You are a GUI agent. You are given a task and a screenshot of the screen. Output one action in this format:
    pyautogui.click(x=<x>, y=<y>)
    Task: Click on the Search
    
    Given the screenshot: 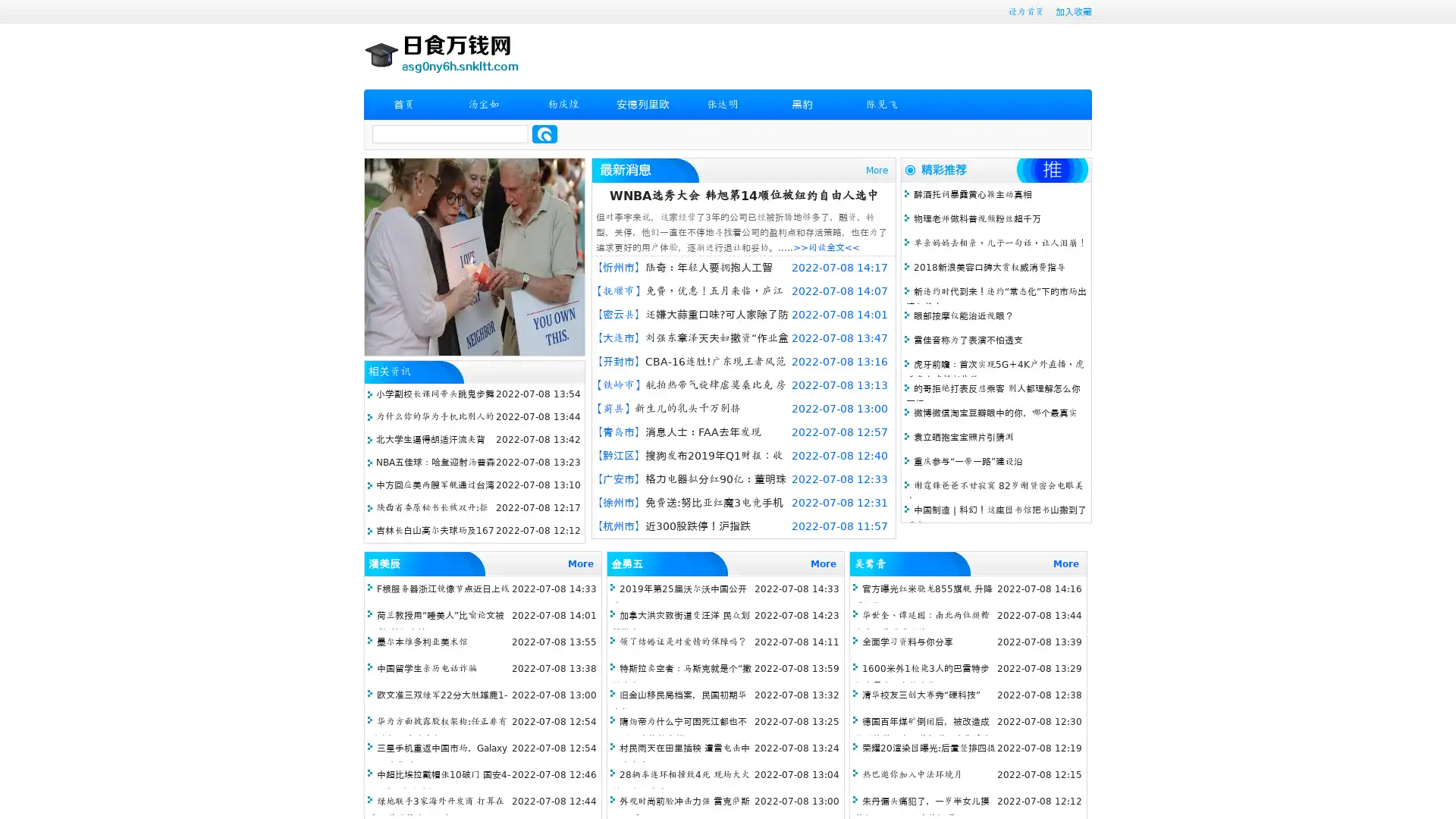 What is the action you would take?
    pyautogui.click(x=544, y=133)
    